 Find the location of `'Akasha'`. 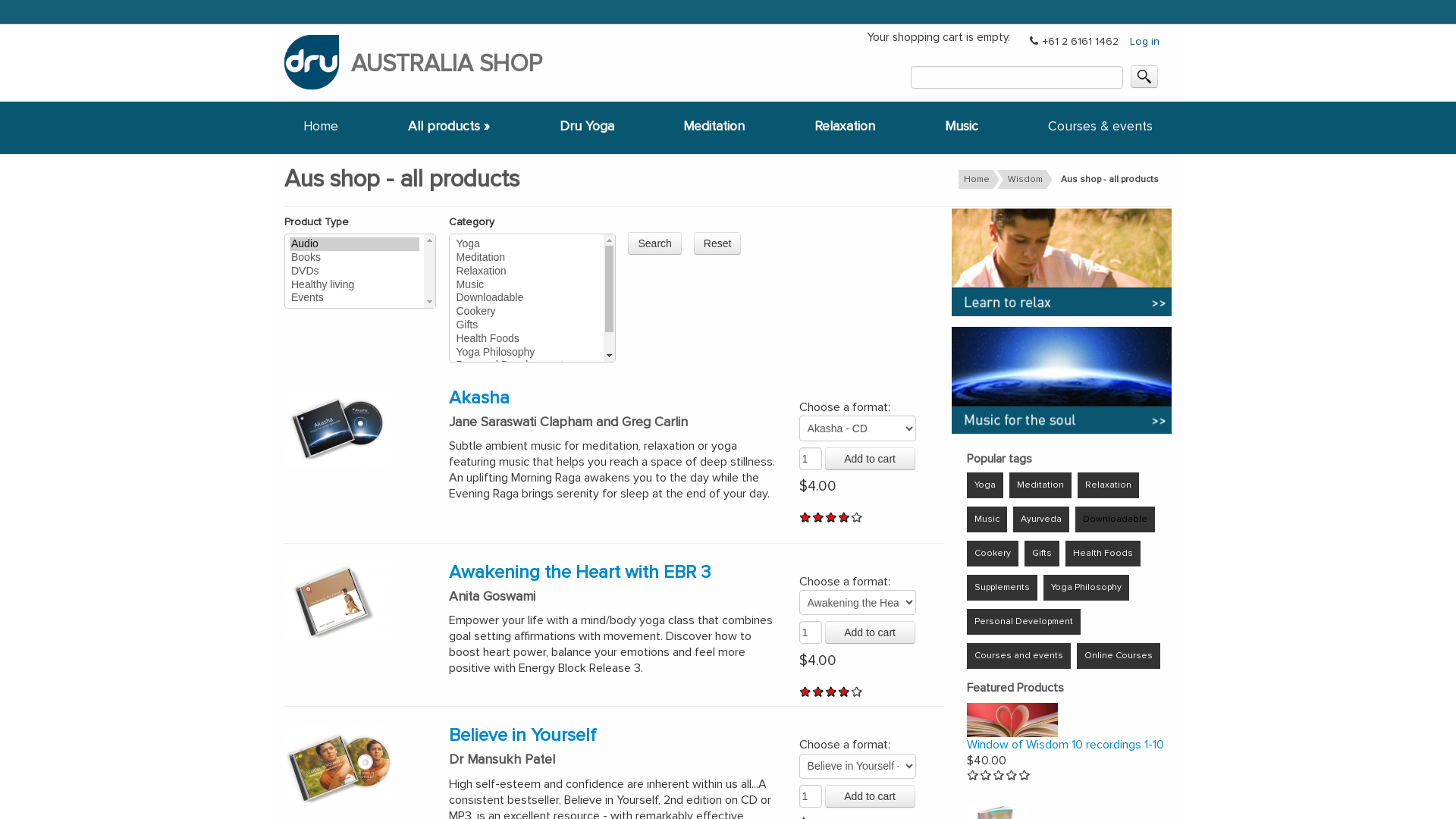

'Akasha' is located at coordinates (479, 397).